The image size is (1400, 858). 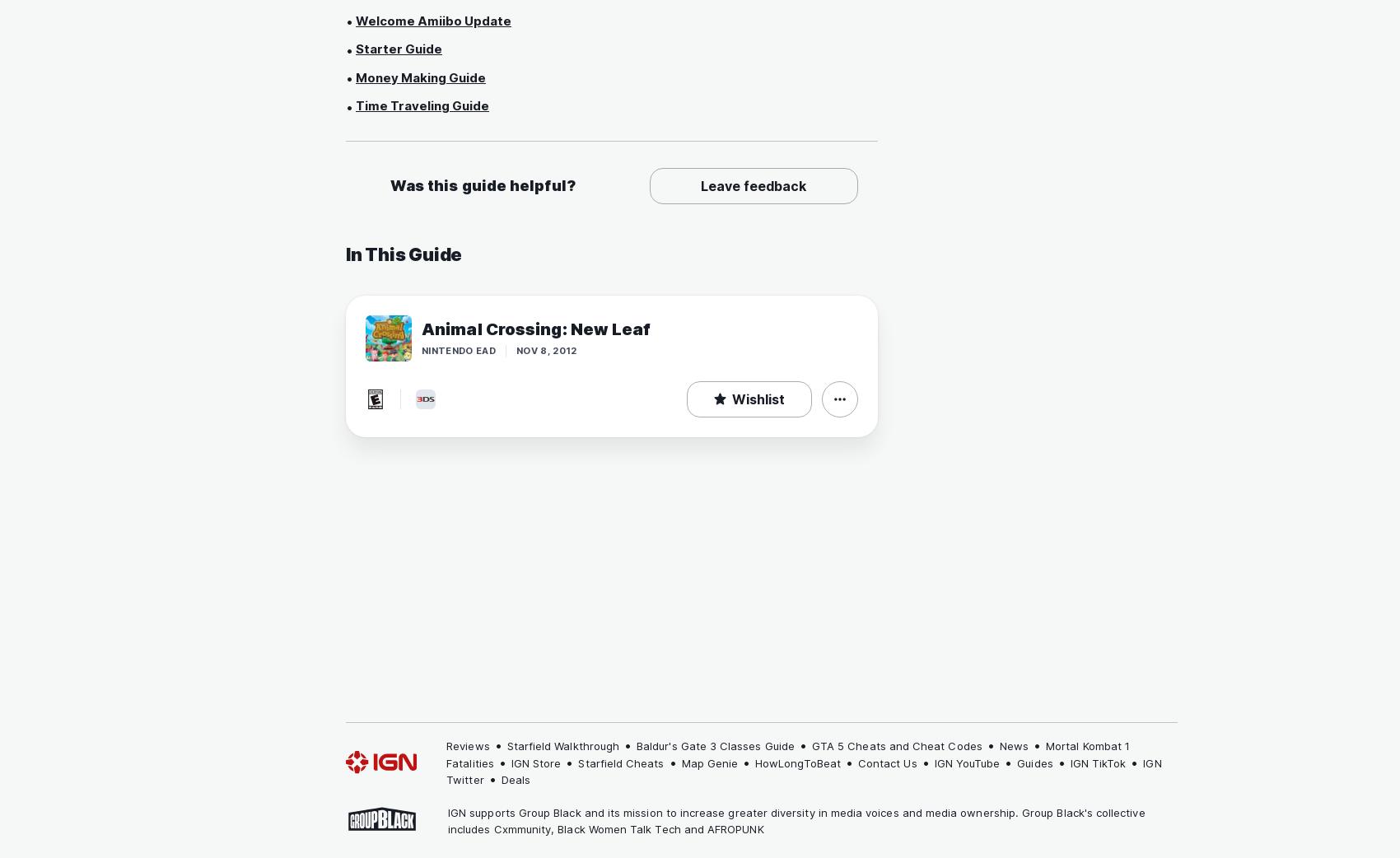 I want to click on 'Mortal Kombat 1 Fatalities', so click(x=445, y=753).